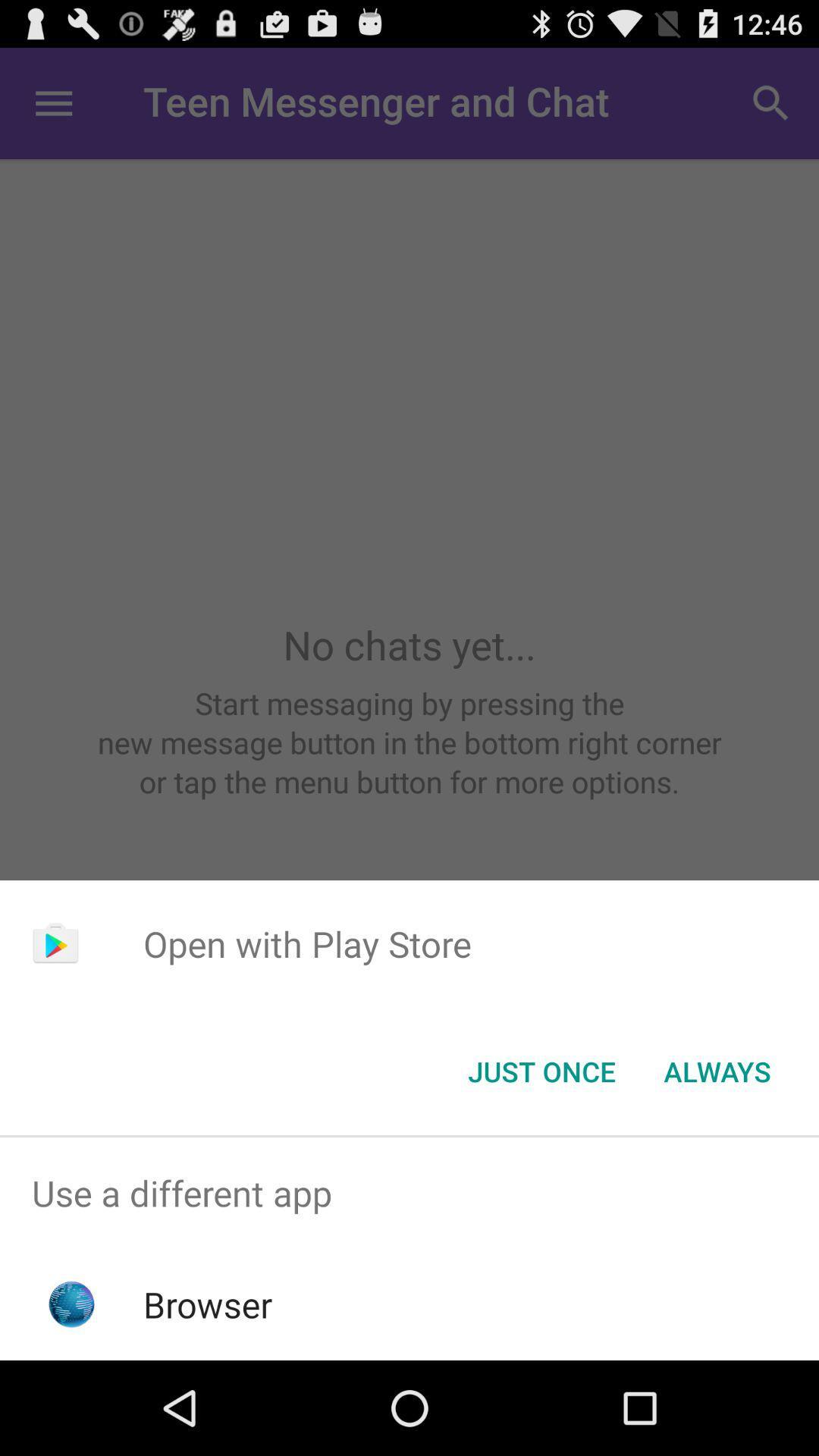 Image resolution: width=819 pixels, height=1456 pixels. I want to click on the browser, so click(208, 1304).